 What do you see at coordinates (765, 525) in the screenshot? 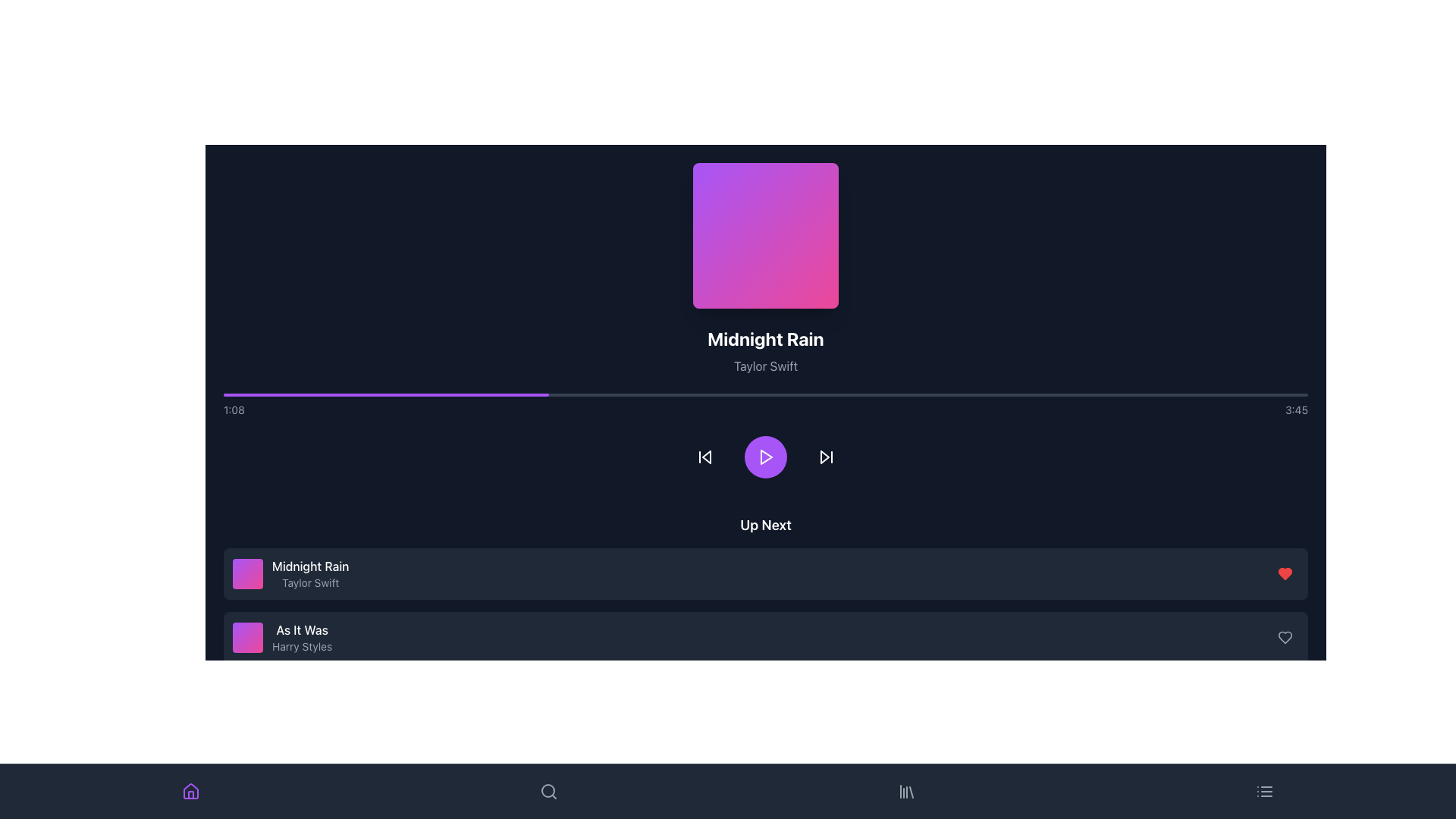
I see `the non-interactive header text label indicating the upcoming tracks in the music playlist` at bounding box center [765, 525].